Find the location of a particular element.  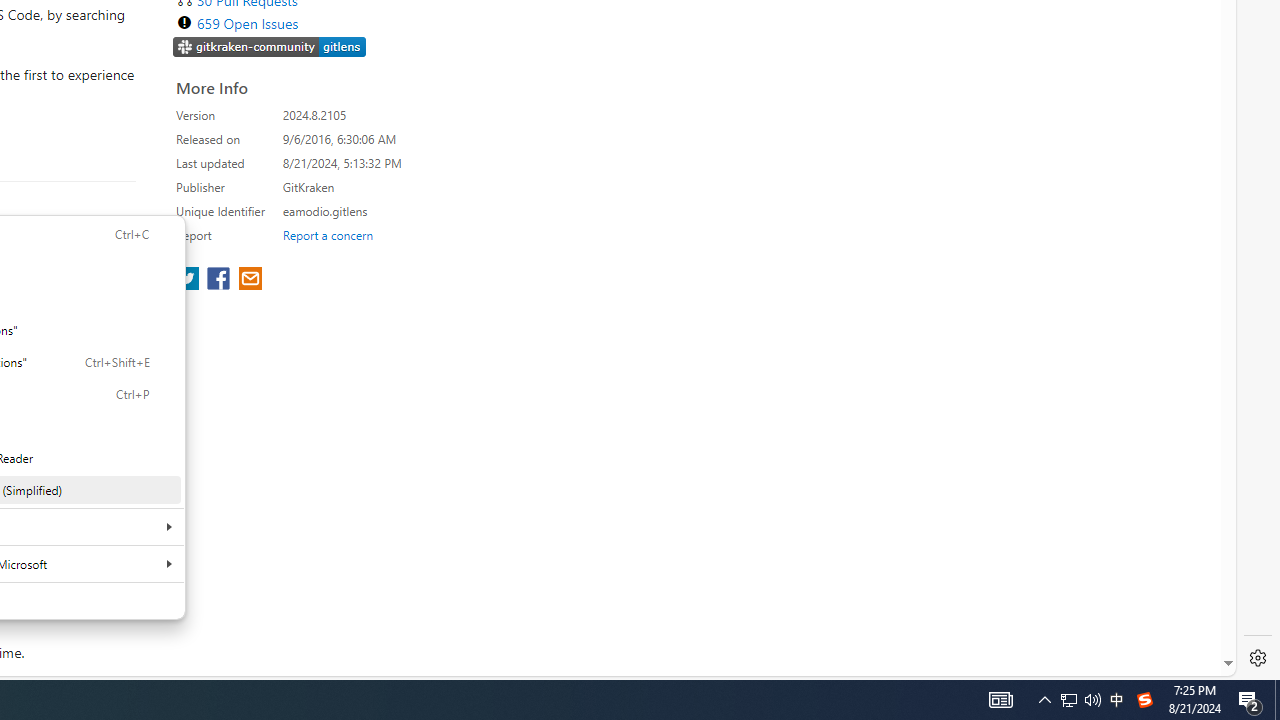

'https://slack.gitkraken.com//' is located at coordinates (269, 47).